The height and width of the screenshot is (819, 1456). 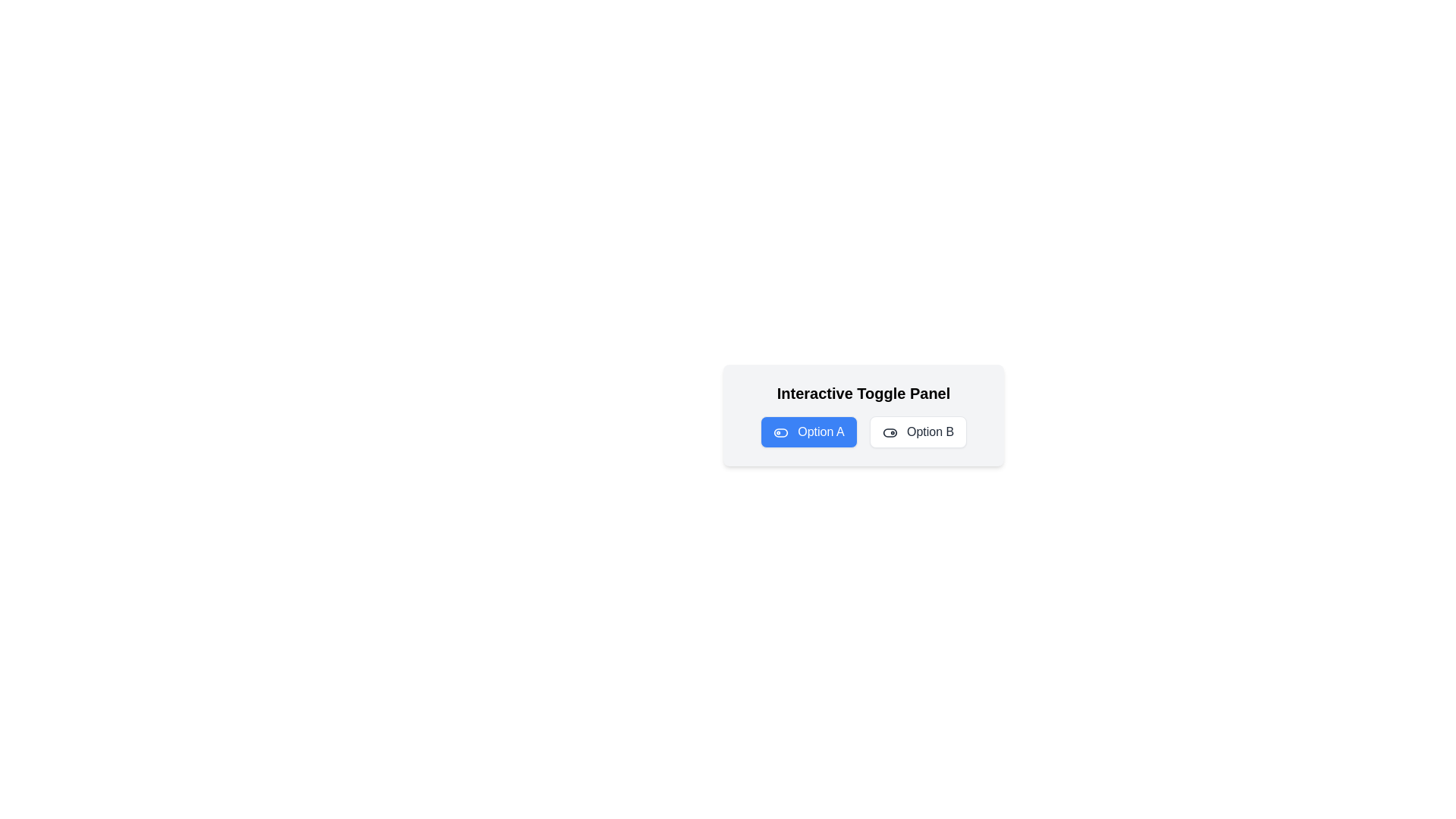 What do you see at coordinates (890, 432) in the screenshot?
I see `the toggle switch icon located within the 'Option B' button, specifically aligned towards its left side` at bounding box center [890, 432].